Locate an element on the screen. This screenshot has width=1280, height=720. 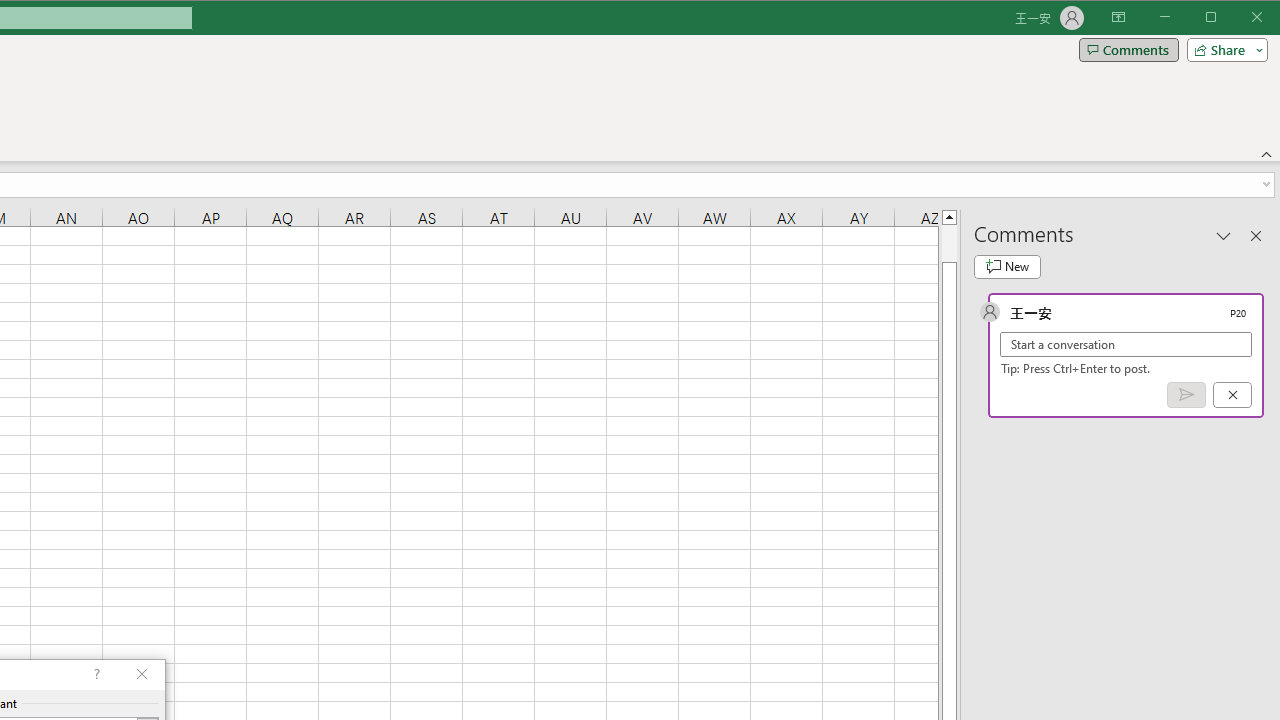
'Line up' is located at coordinates (948, 216).